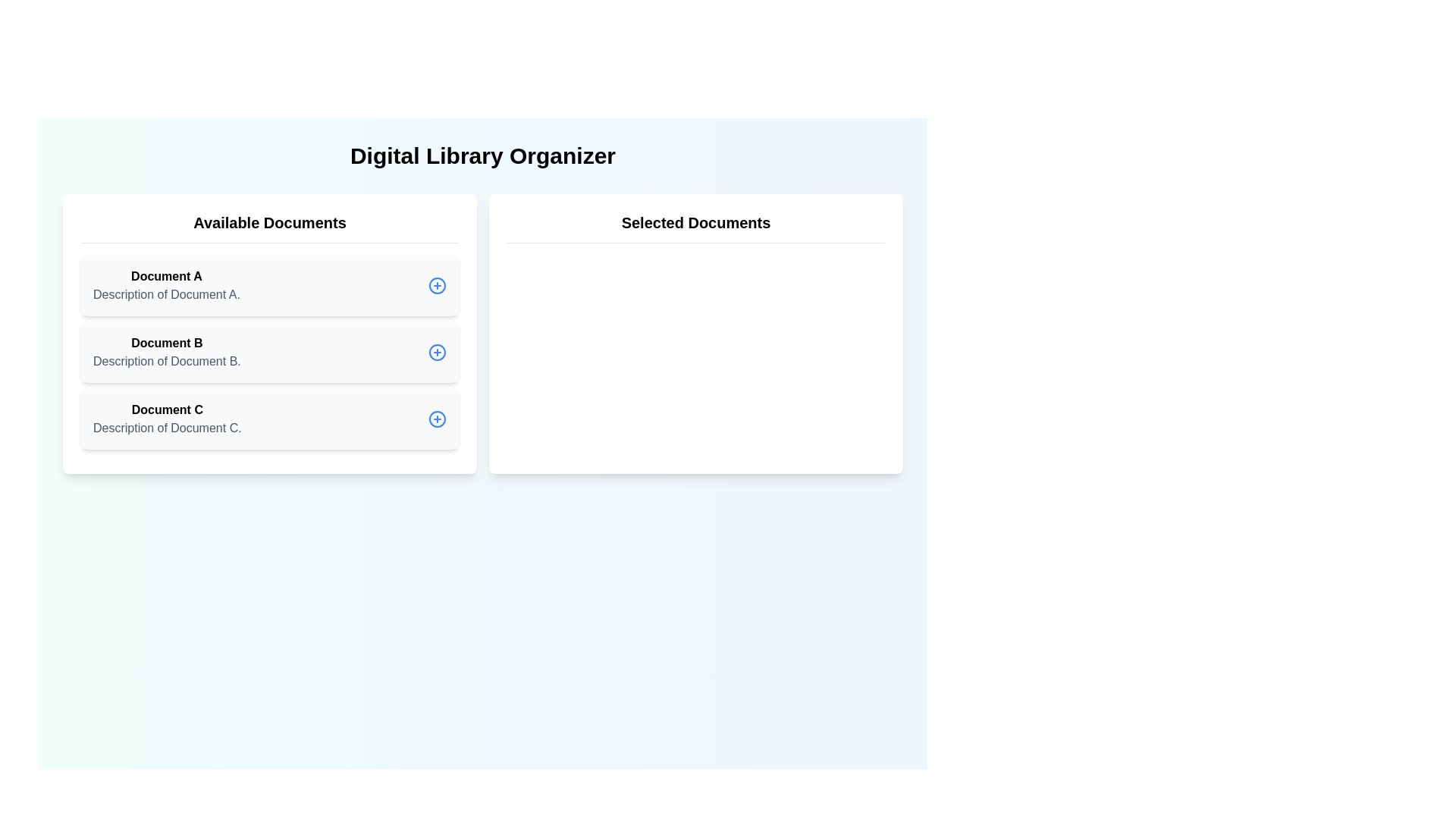 The image size is (1456, 819). Describe the element at coordinates (436, 353) in the screenshot. I see `the outer circle of the interactive plus icon next to 'Document B' in the 'Available Documents' list of the 'Digital Library Organizer' application` at that location.